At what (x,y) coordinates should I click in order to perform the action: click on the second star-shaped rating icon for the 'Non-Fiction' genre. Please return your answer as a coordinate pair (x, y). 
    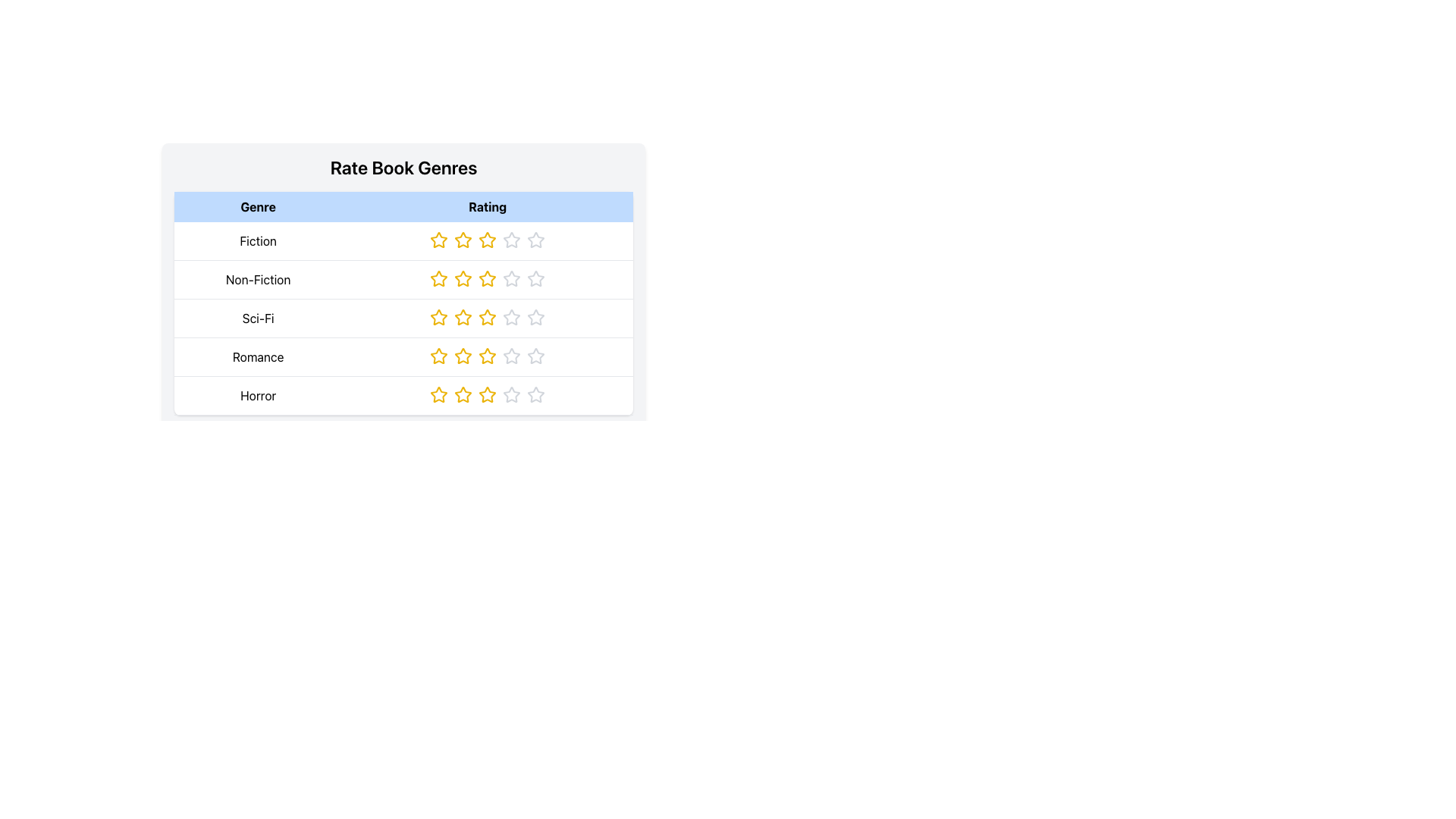
    Looking at the image, I should click on (438, 278).